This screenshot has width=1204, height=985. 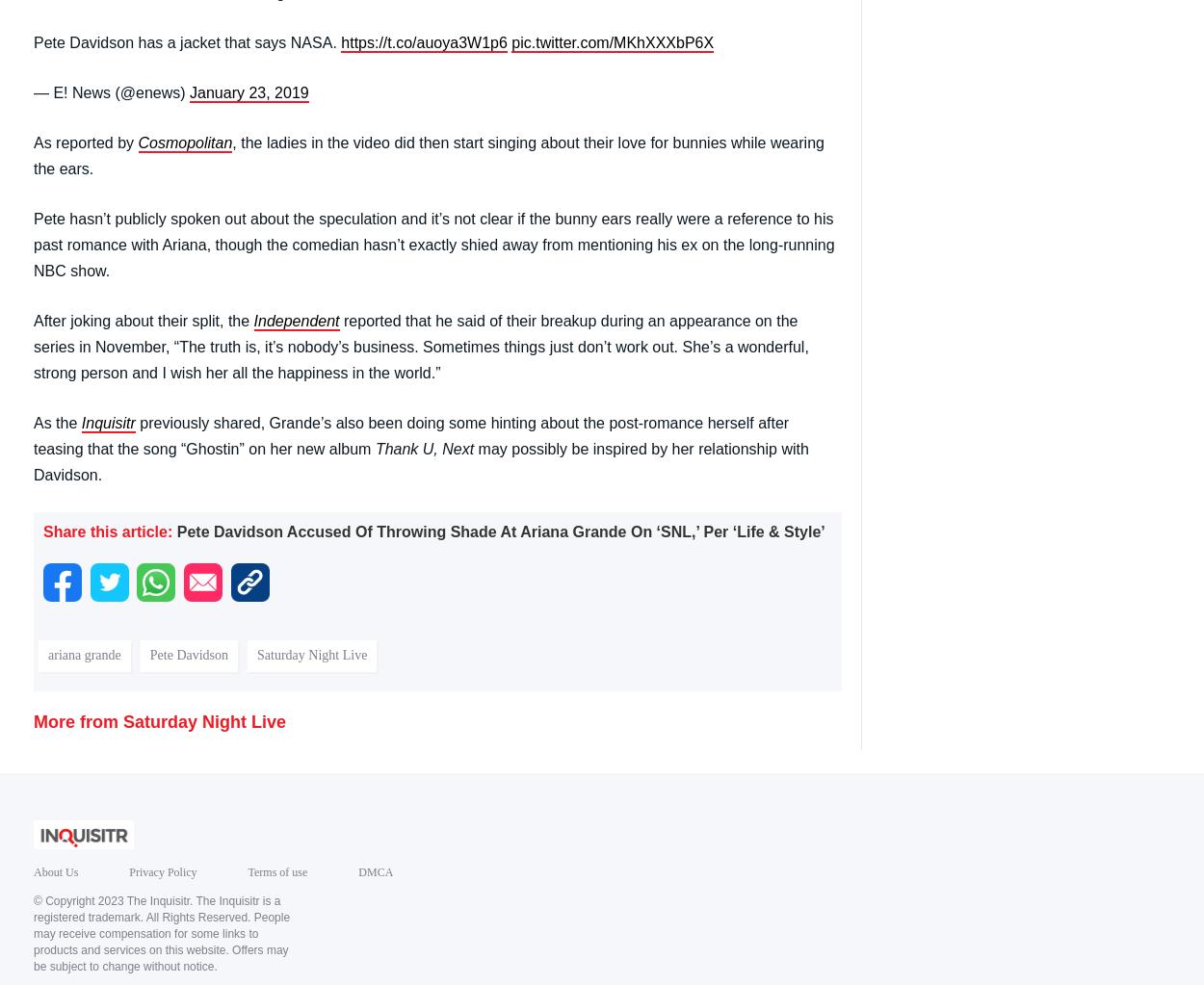 I want to click on 'Pete Davidson', so click(x=188, y=653).